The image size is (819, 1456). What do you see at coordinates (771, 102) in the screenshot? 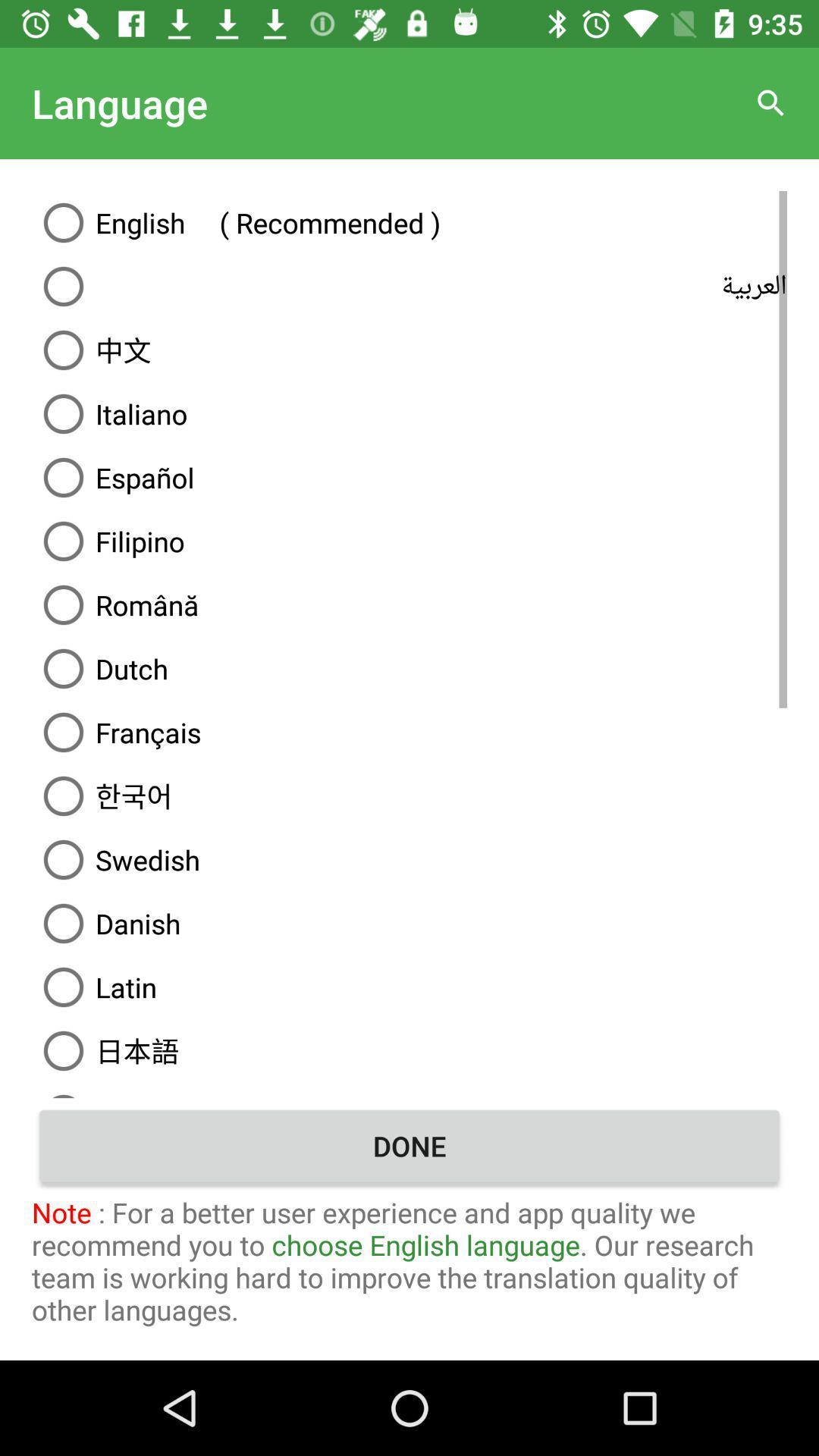
I see `item above the english     ( recommended ) item` at bounding box center [771, 102].